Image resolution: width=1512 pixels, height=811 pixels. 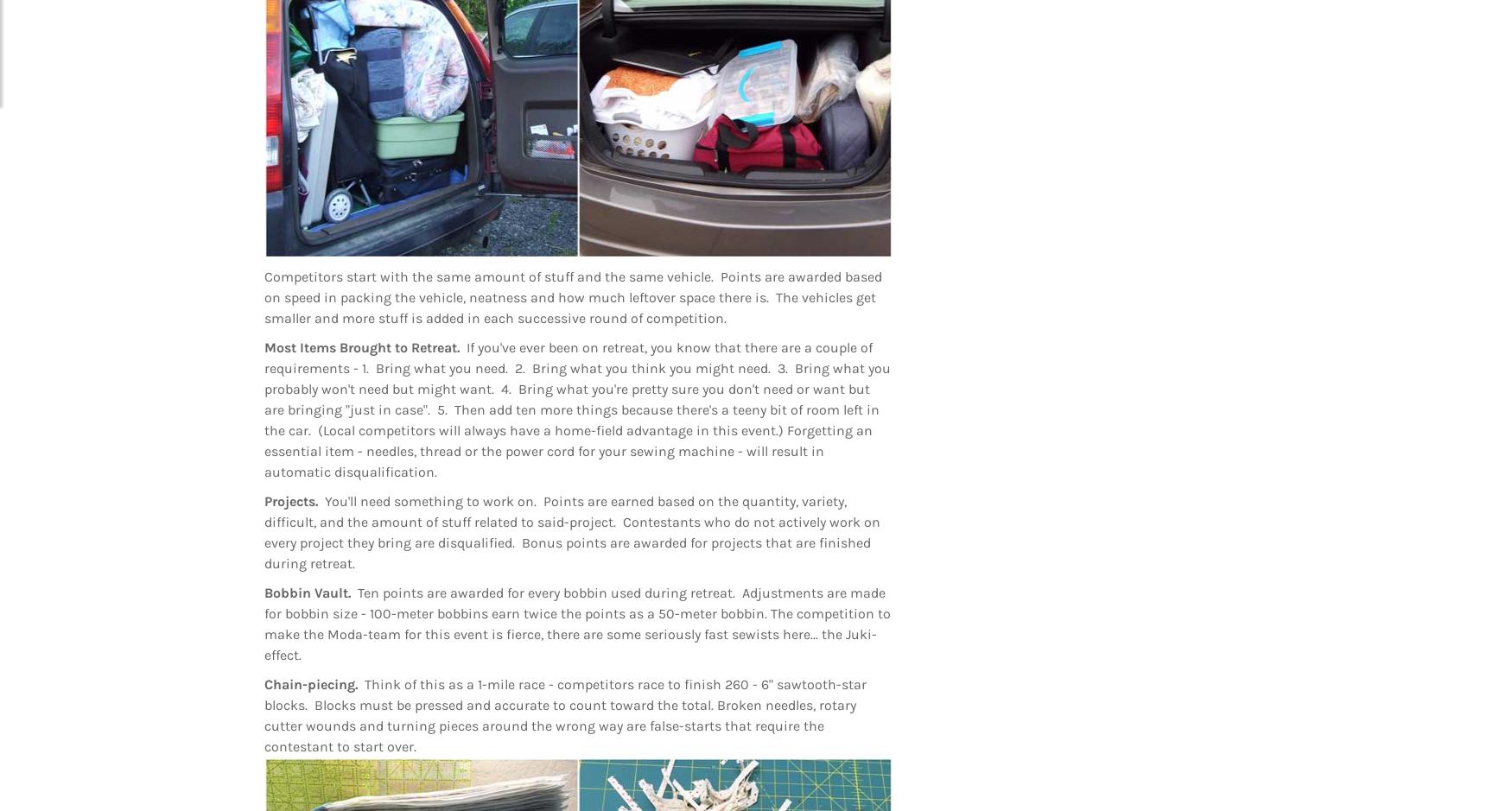 What do you see at coordinates (335, 592) in the screenshot?
I see `'Vault.'` at bounding box center [335, 592].